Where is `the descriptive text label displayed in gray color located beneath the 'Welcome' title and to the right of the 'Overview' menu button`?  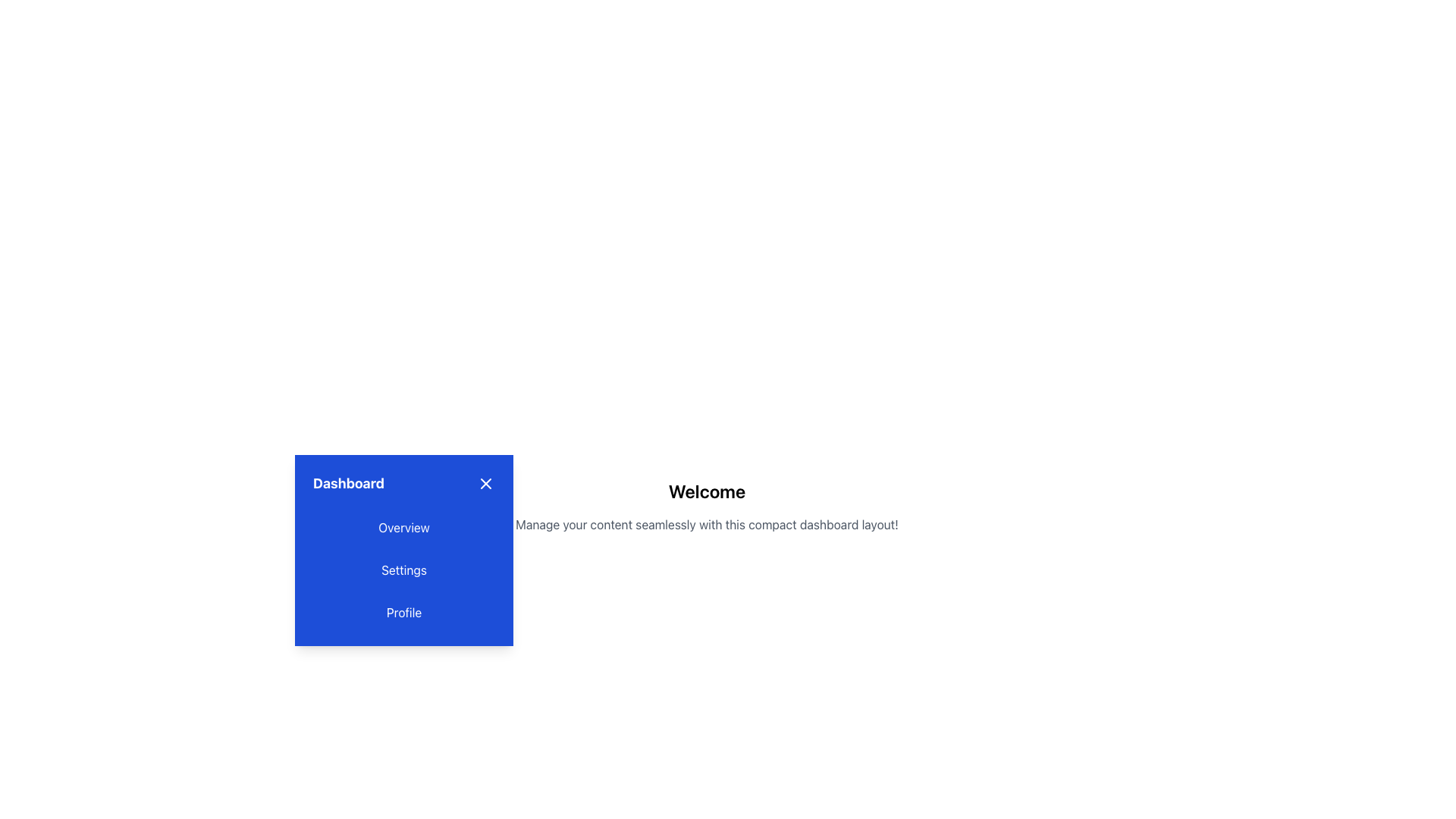 the descriptive text label displayed in gray color located beneath the 'Welcome' title and to the right of the 'Overview' menu button is located at coordinates (706, 523).